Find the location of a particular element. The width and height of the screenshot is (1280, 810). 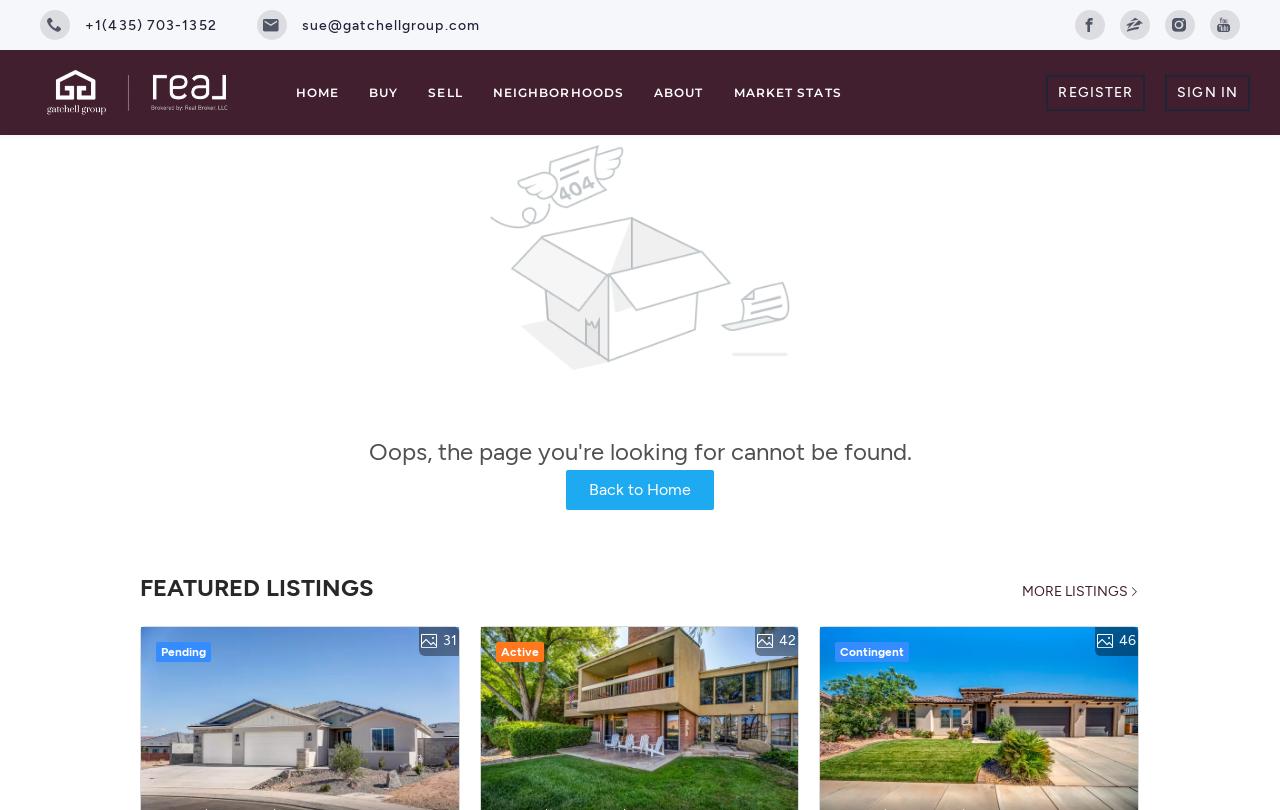

'Register' is located at coordinates (1094, 91).